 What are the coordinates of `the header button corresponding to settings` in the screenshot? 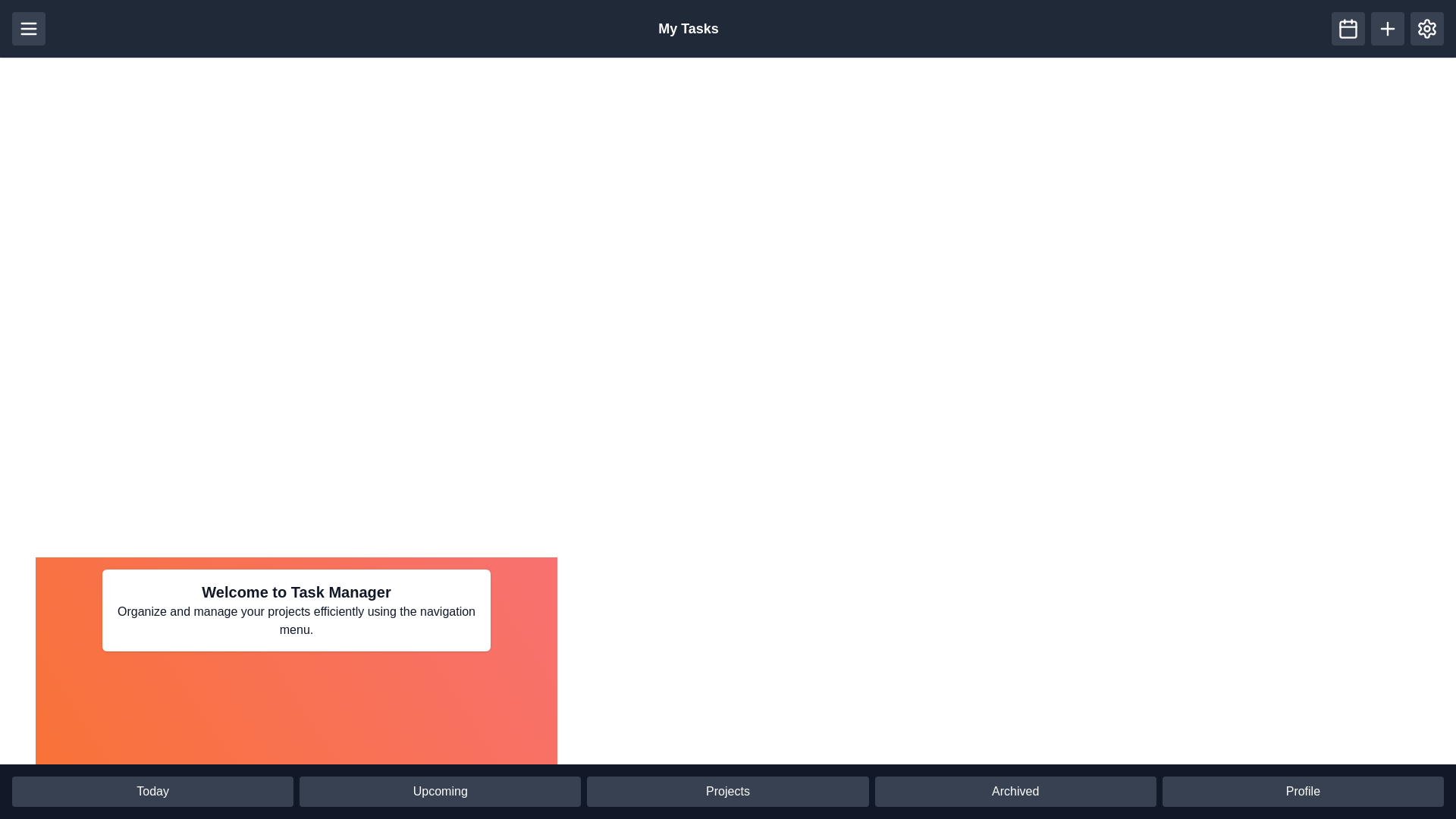 It's located at (1426, 29).